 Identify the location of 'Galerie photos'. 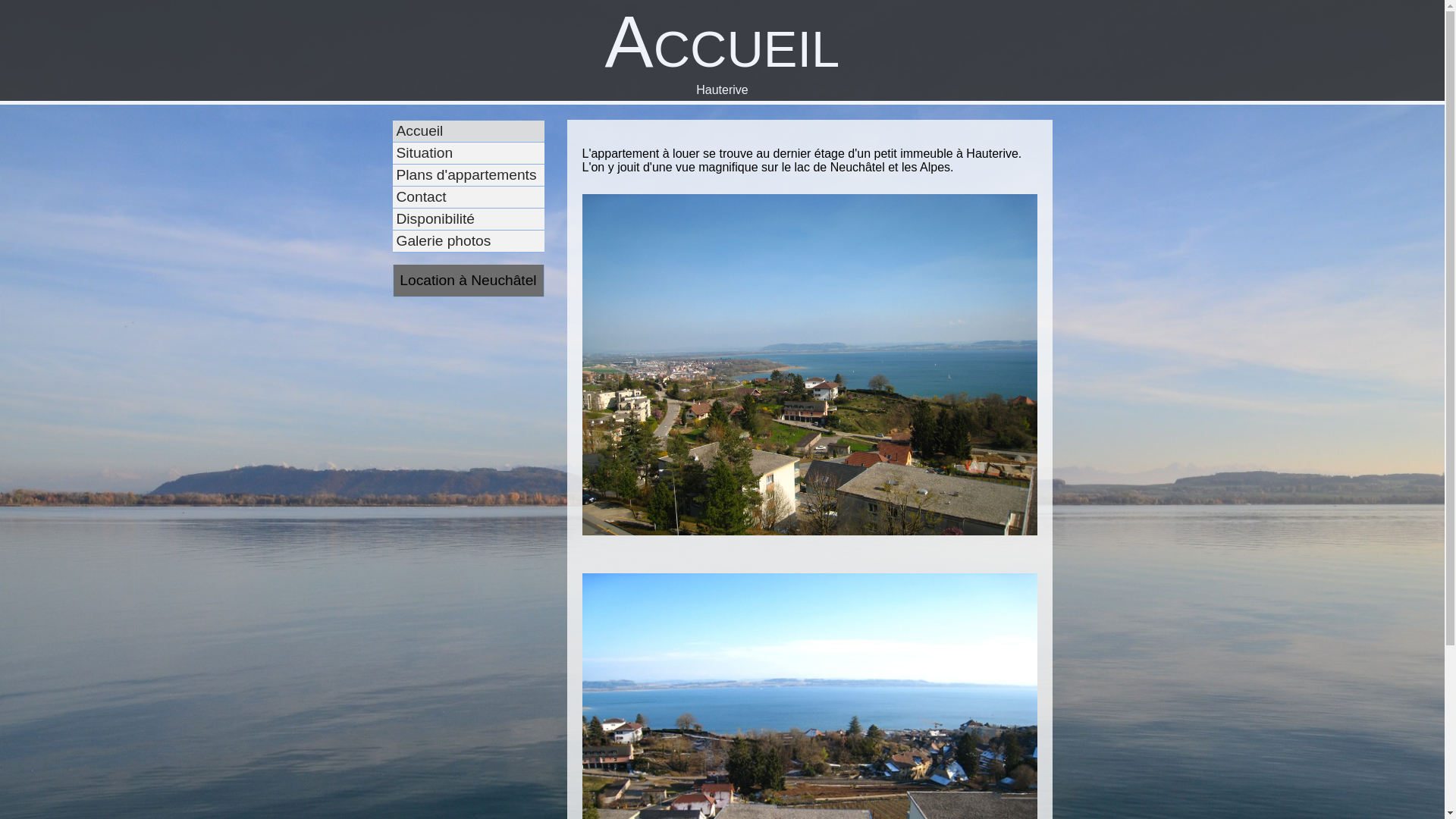
(483, 240).